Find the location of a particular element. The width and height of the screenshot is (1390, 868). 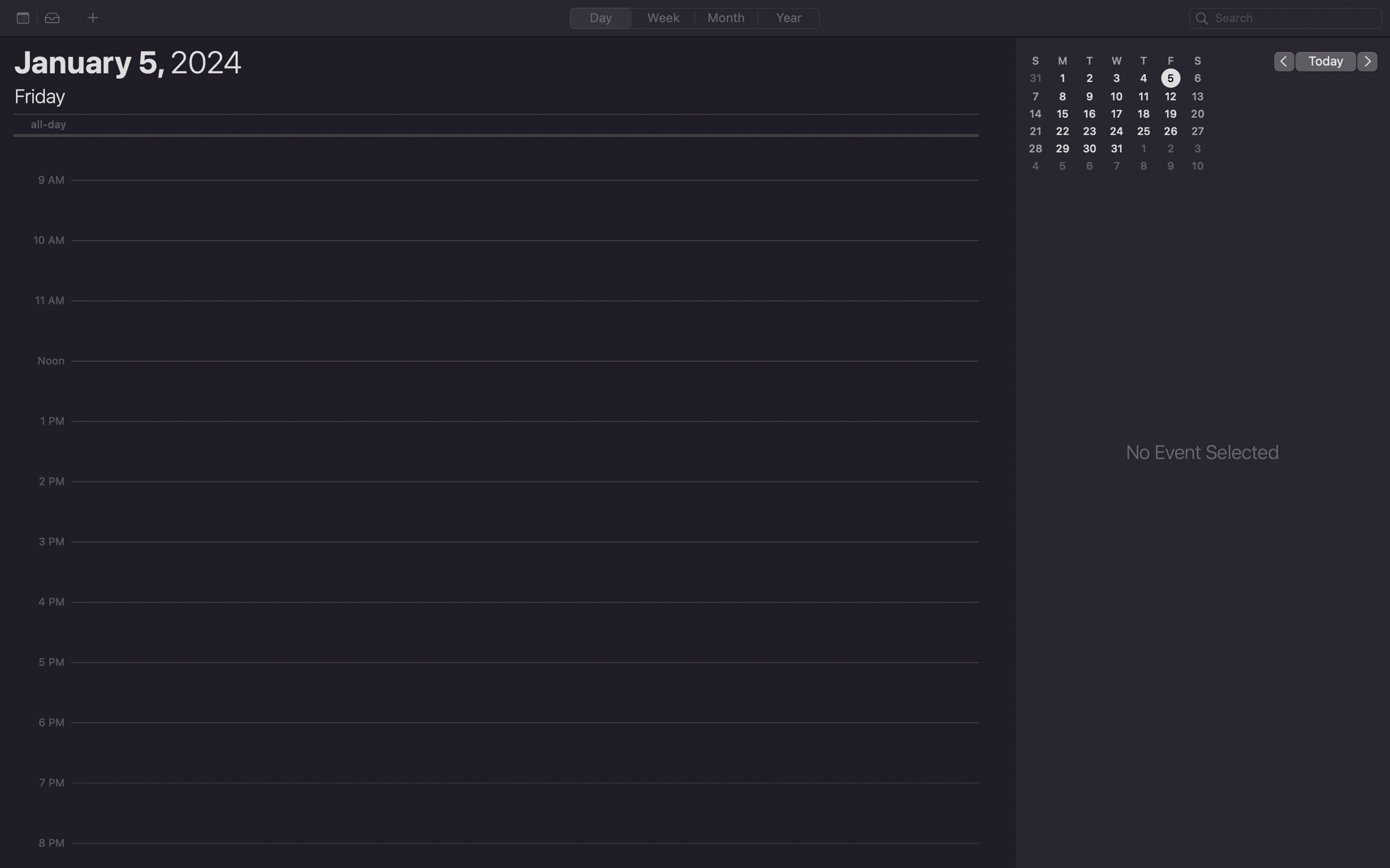

Change the calendar view to a single day is located at coordinates (600, 17).